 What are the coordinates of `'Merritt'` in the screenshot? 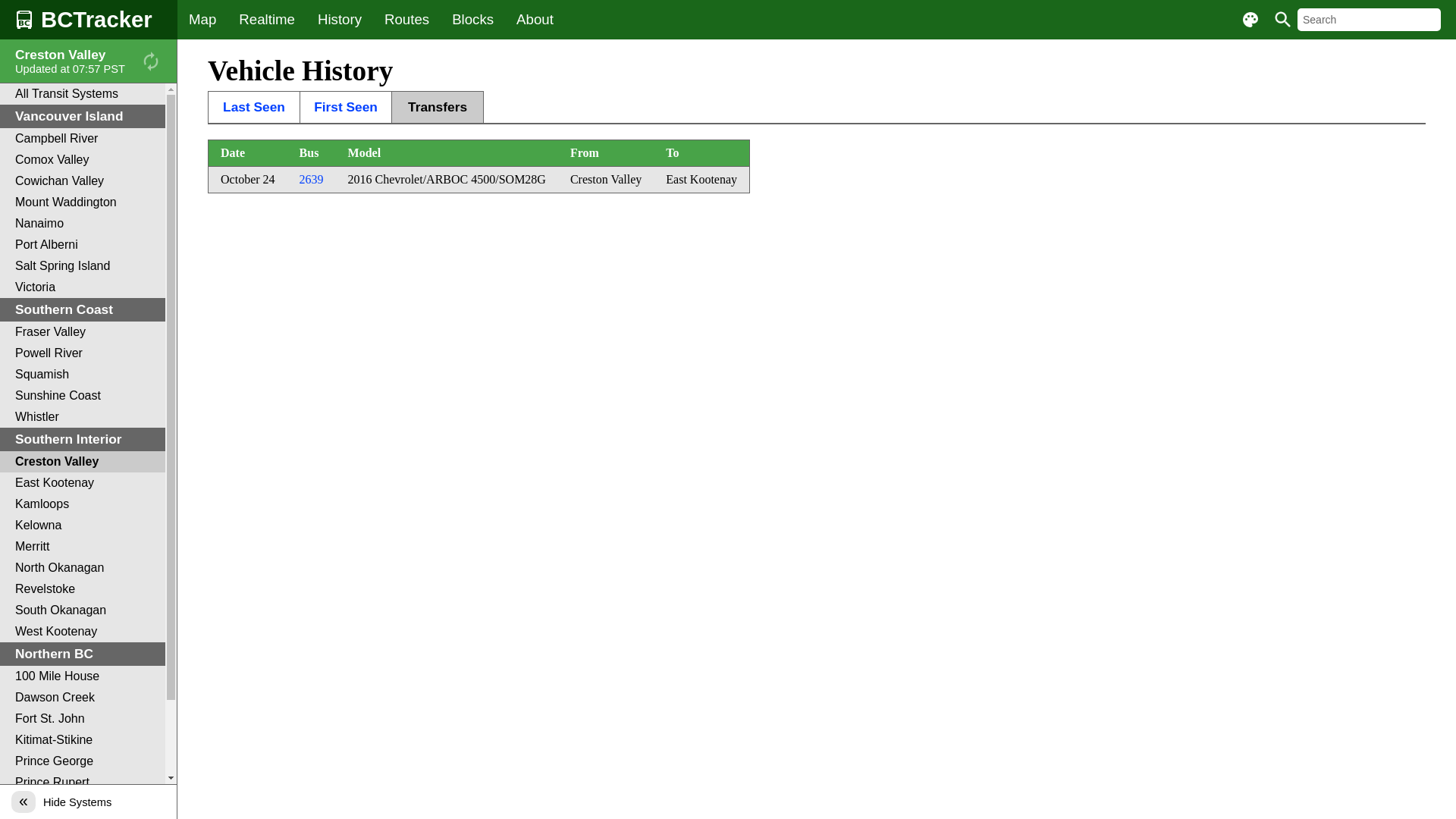 It's located at (82, 547).